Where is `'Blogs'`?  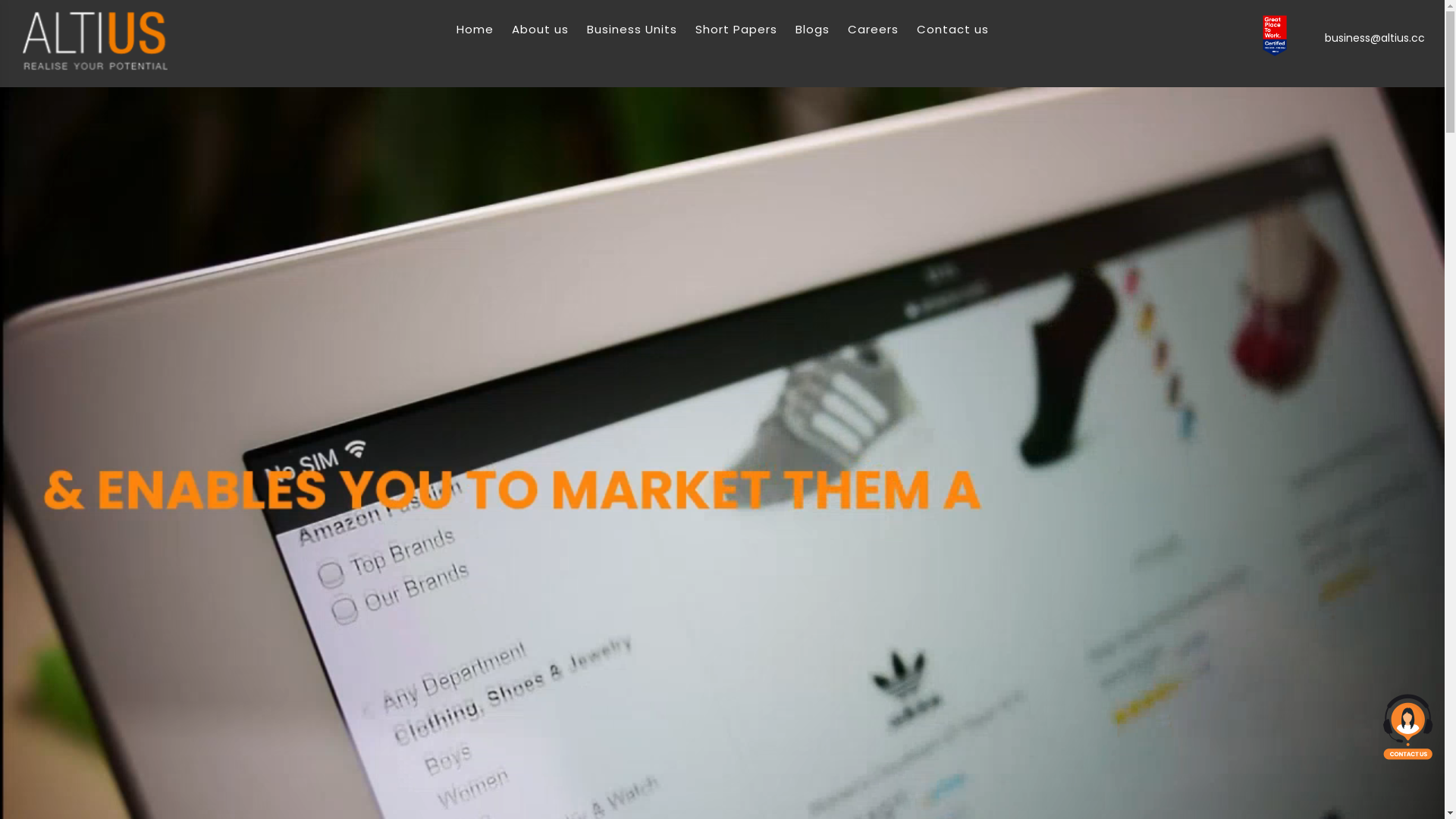 'Blogs' is located at coordinates (811, 29).